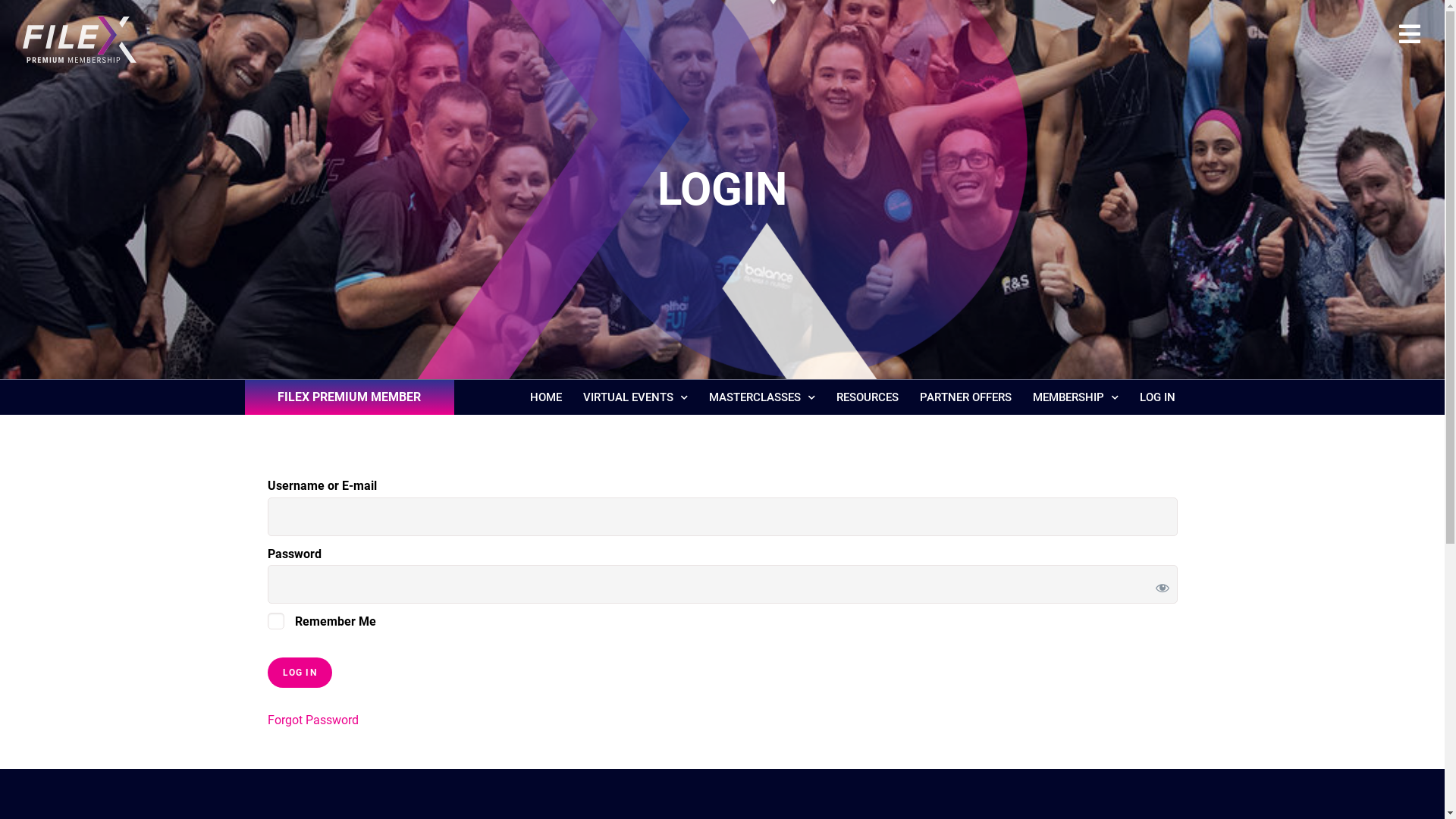 The width and height of the screenshot is (1456, 819). Describe the element at coordinates (635, 397) in the screenshot. I see `'VIRTUAL EVENTS'` at that location.